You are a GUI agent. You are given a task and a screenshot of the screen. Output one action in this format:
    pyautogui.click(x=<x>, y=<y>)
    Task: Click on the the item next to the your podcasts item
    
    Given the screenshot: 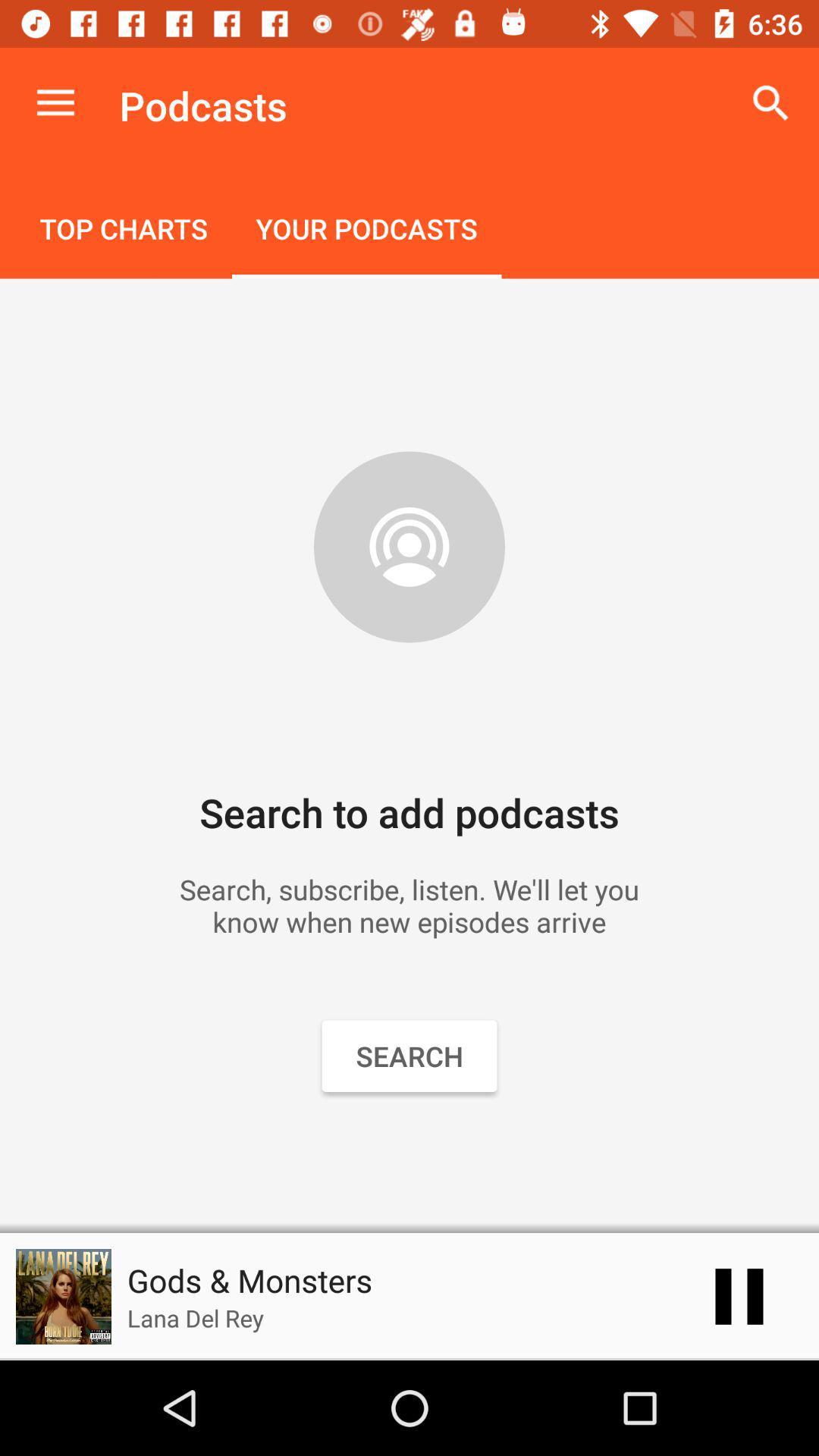 What is the action you would take?
    pyautogui.click(x=123, y=230)
    